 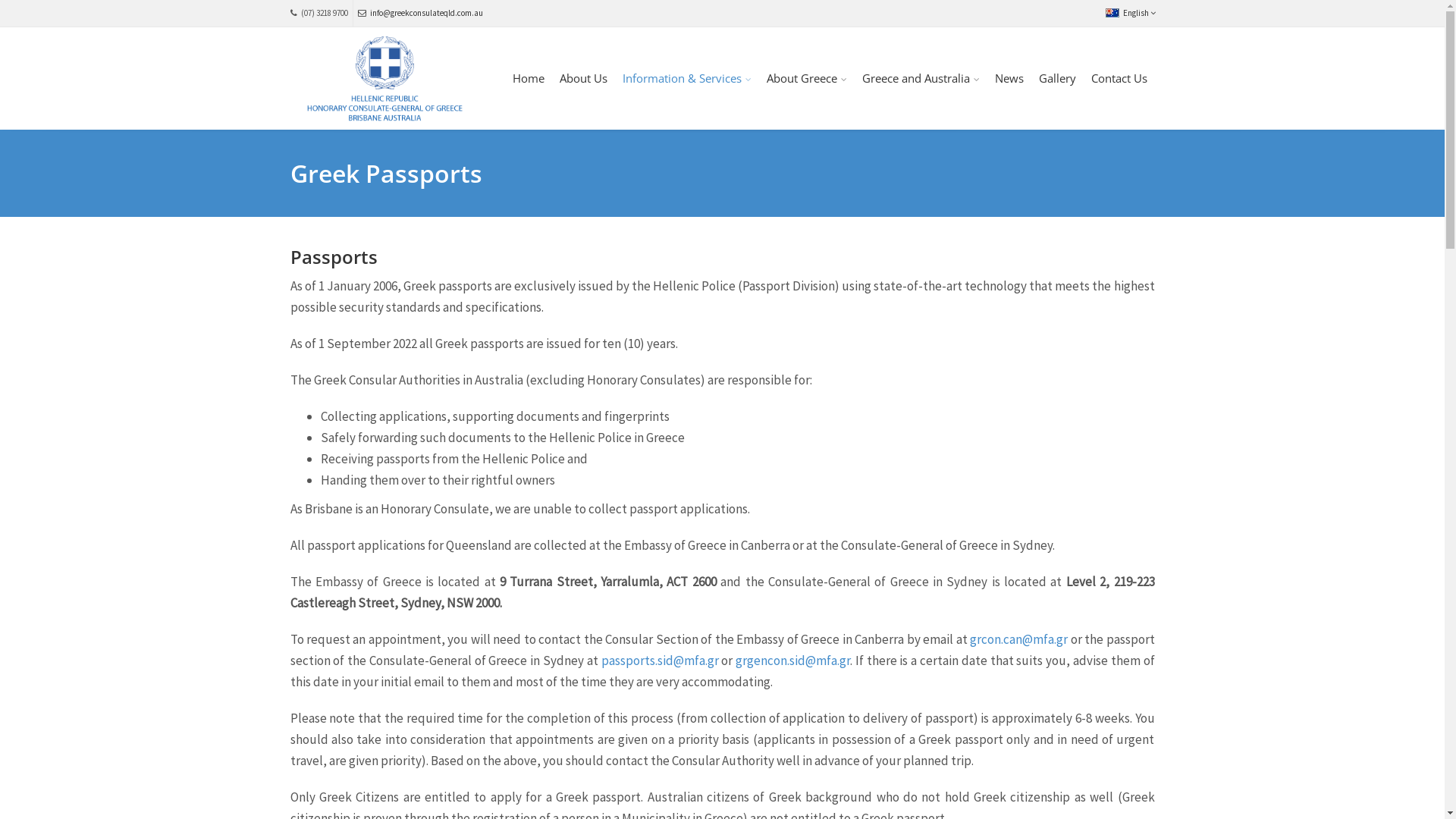 I want to click on 'English', so click(x=1131, y=13).